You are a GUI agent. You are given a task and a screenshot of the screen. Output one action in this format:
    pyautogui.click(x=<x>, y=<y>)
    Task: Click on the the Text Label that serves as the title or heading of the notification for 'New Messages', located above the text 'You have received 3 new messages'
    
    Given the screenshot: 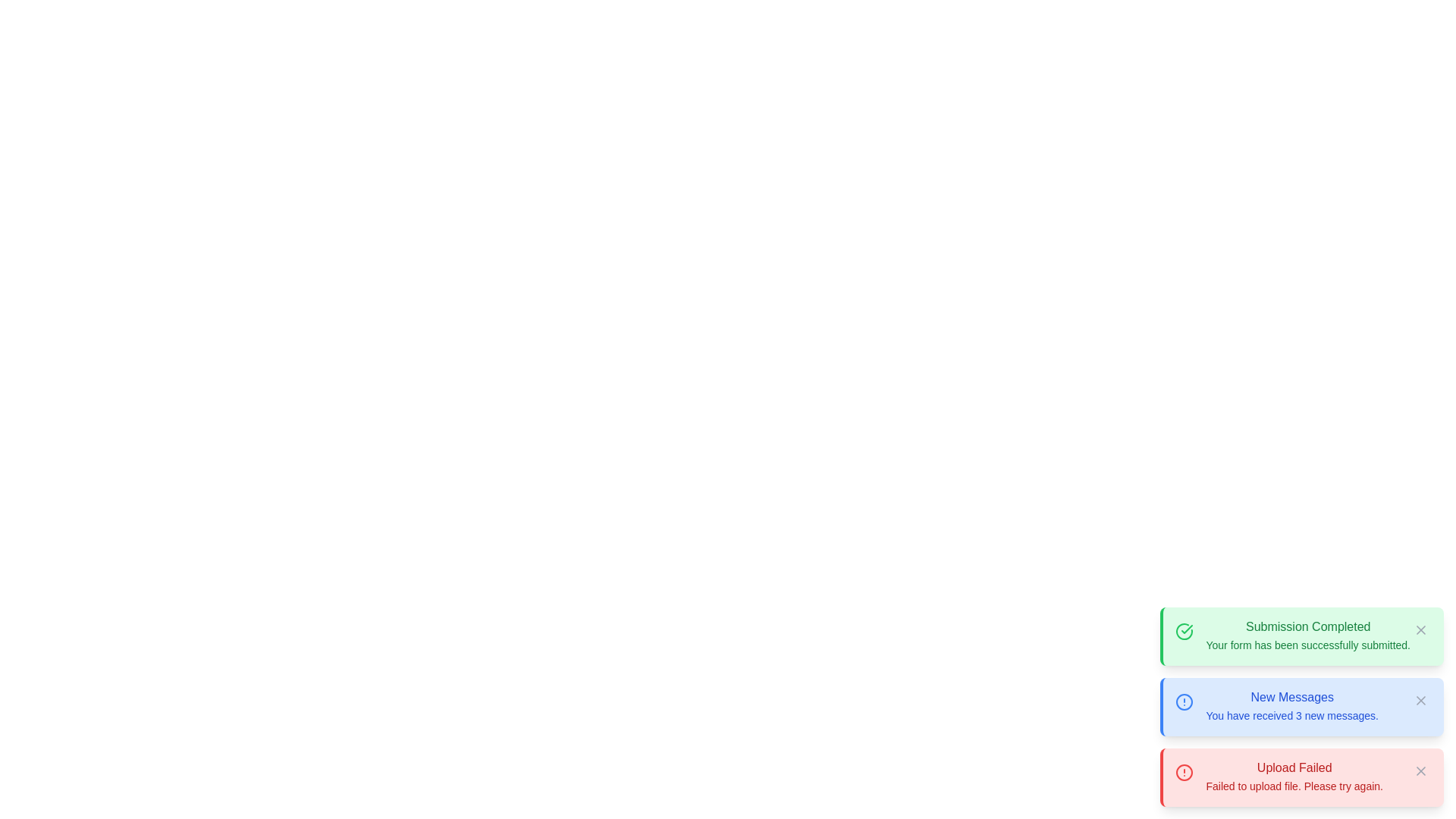 What is the action you would take?
    pyautogui.click(x=1291, y=698)
    